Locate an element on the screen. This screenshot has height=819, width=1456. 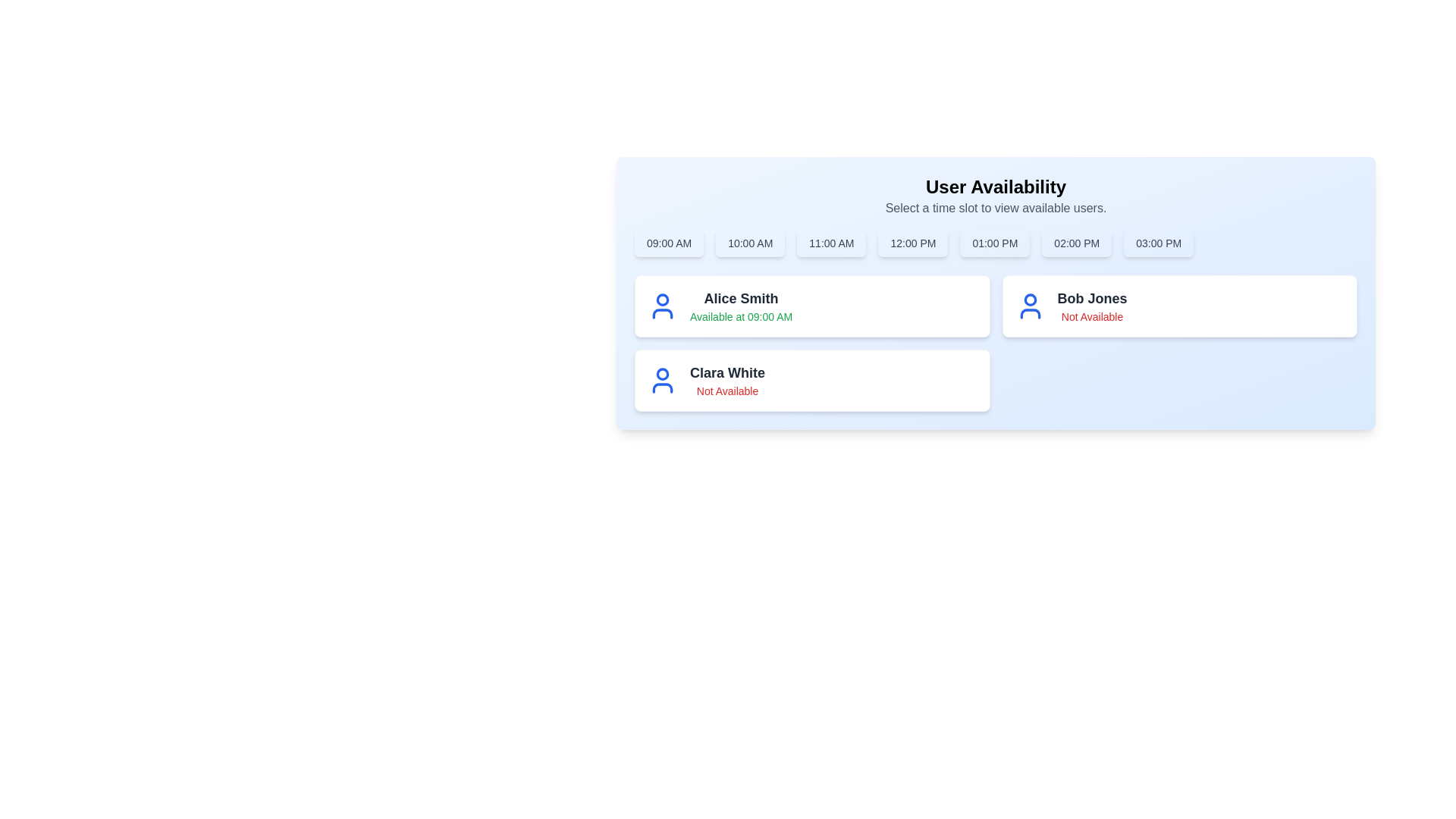
the circular user profile icon with blue outlines and a white background located at the top-left corner of the card titled 'Alice Smith' is located at coordinates (662, 306).